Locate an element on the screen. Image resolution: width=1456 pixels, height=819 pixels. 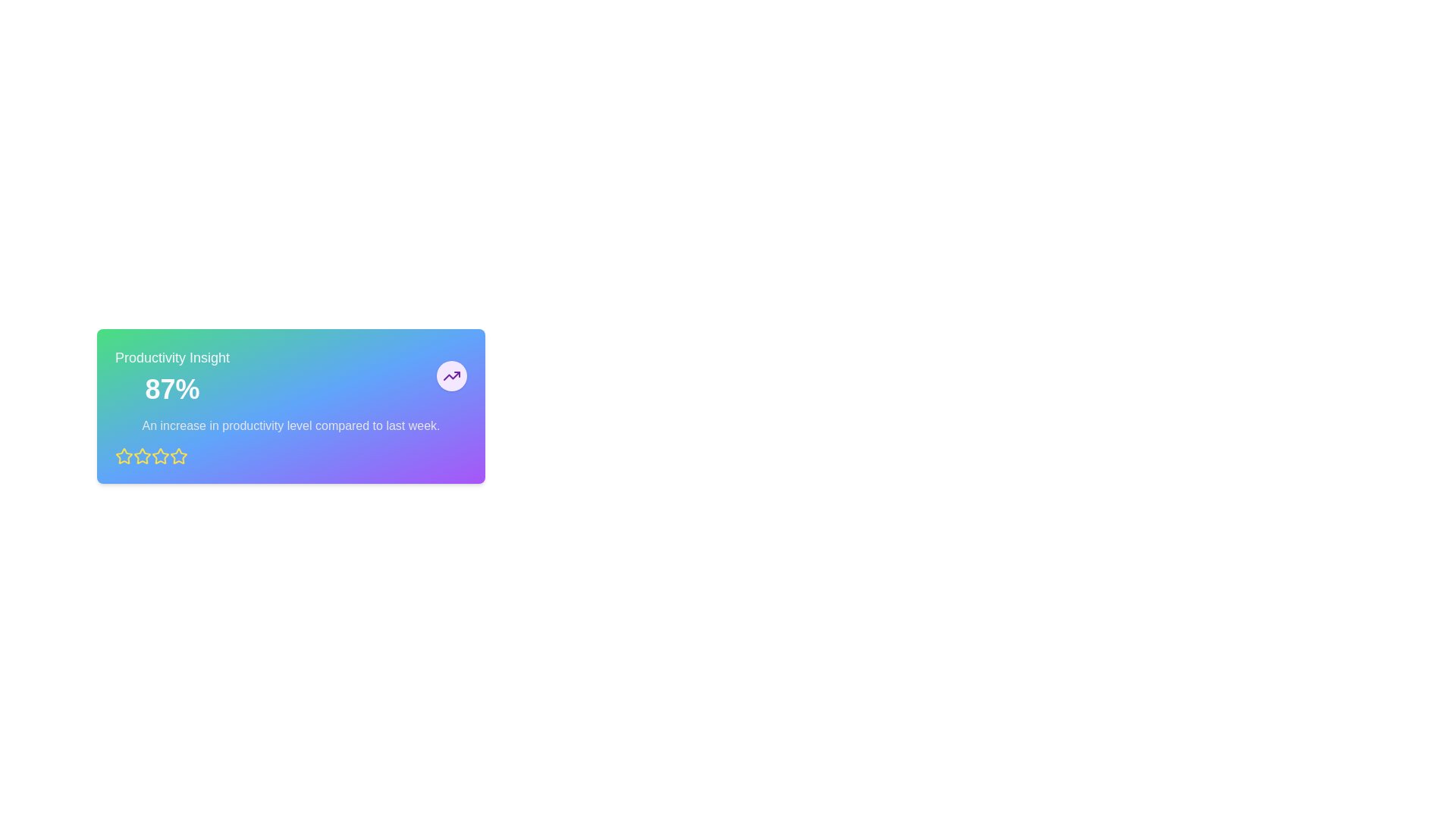
the second star icon outlined in yellow, which is part of a horizontal row of five stars below the 'Productivity Insight' heading is located at coordinates (142, 455).